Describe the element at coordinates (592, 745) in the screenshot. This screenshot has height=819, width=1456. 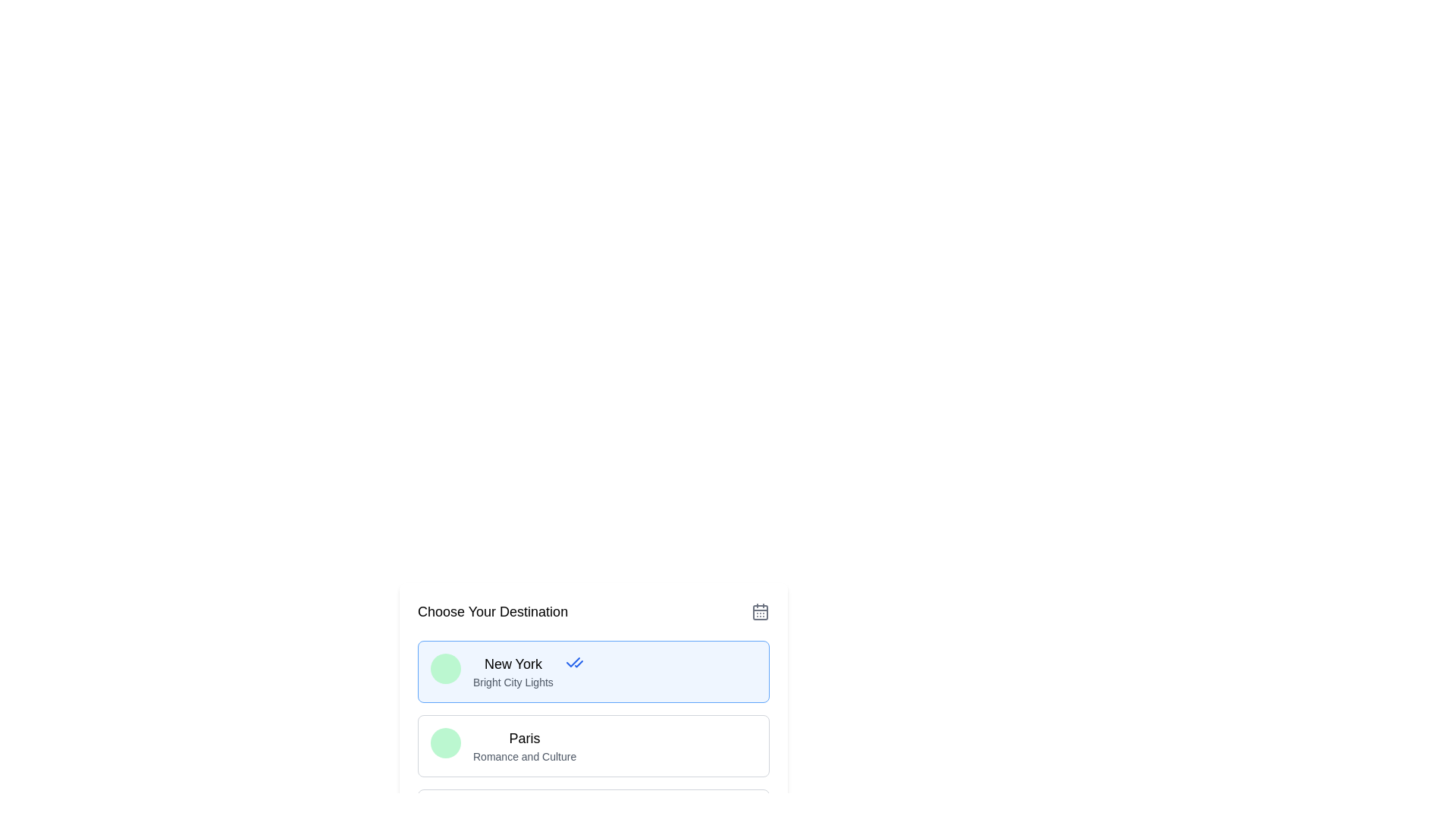
I see `the second selectable card option representing 'Paris' in the destination list` at that location.